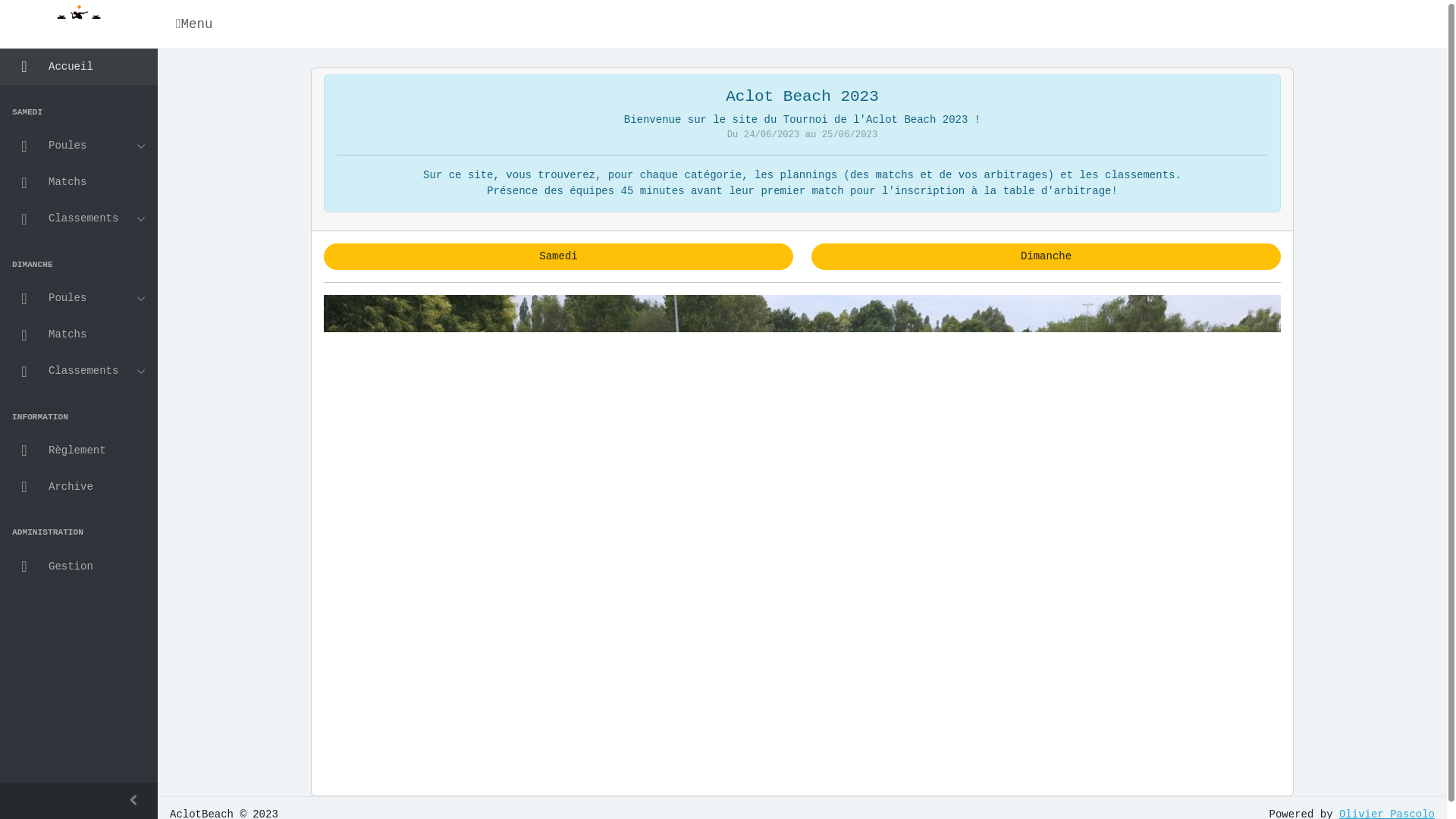 The image size is (1456, 819). I want to click on 'Gestion', so click(78, 566).